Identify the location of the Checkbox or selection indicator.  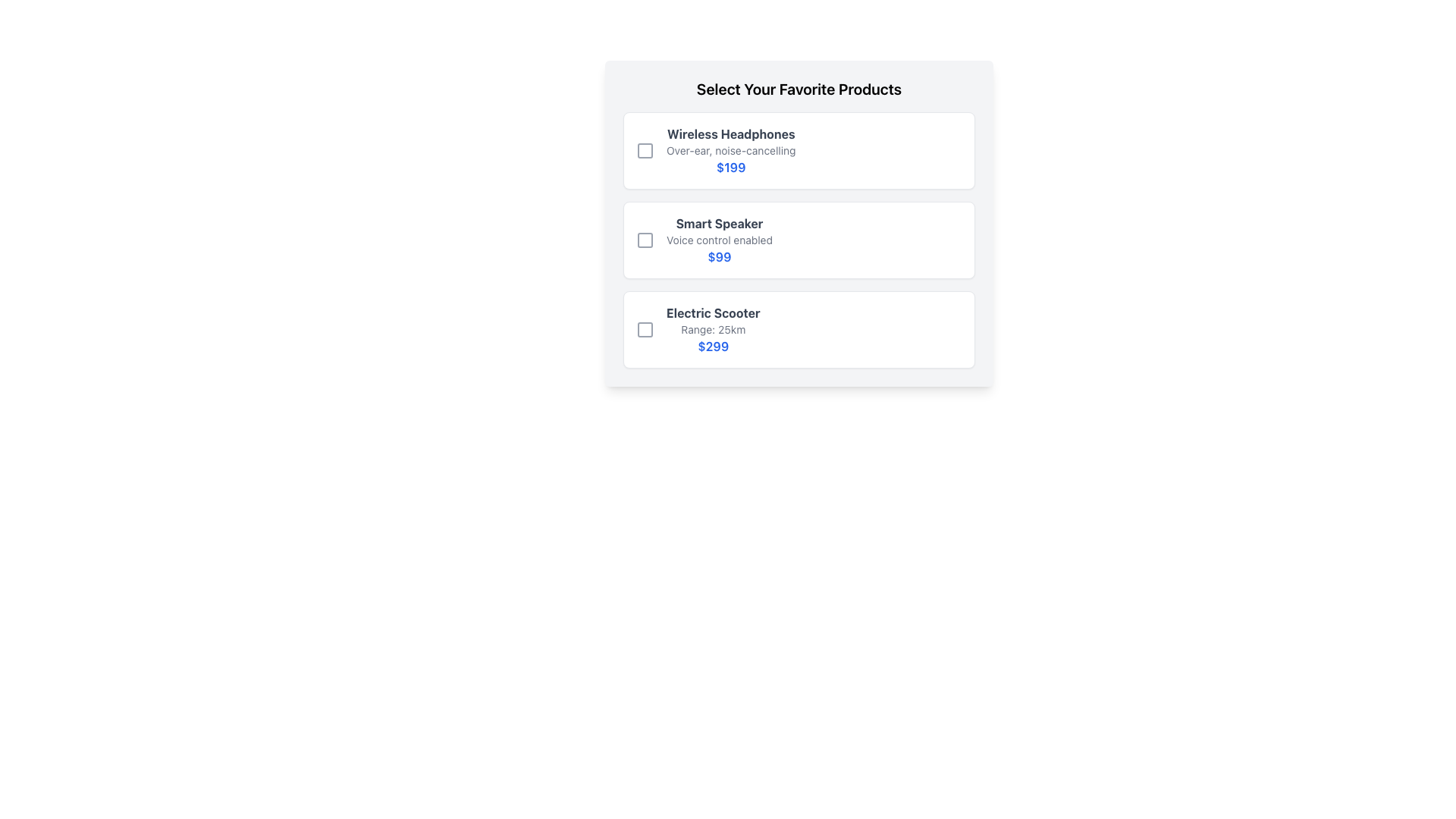
(645, 151).